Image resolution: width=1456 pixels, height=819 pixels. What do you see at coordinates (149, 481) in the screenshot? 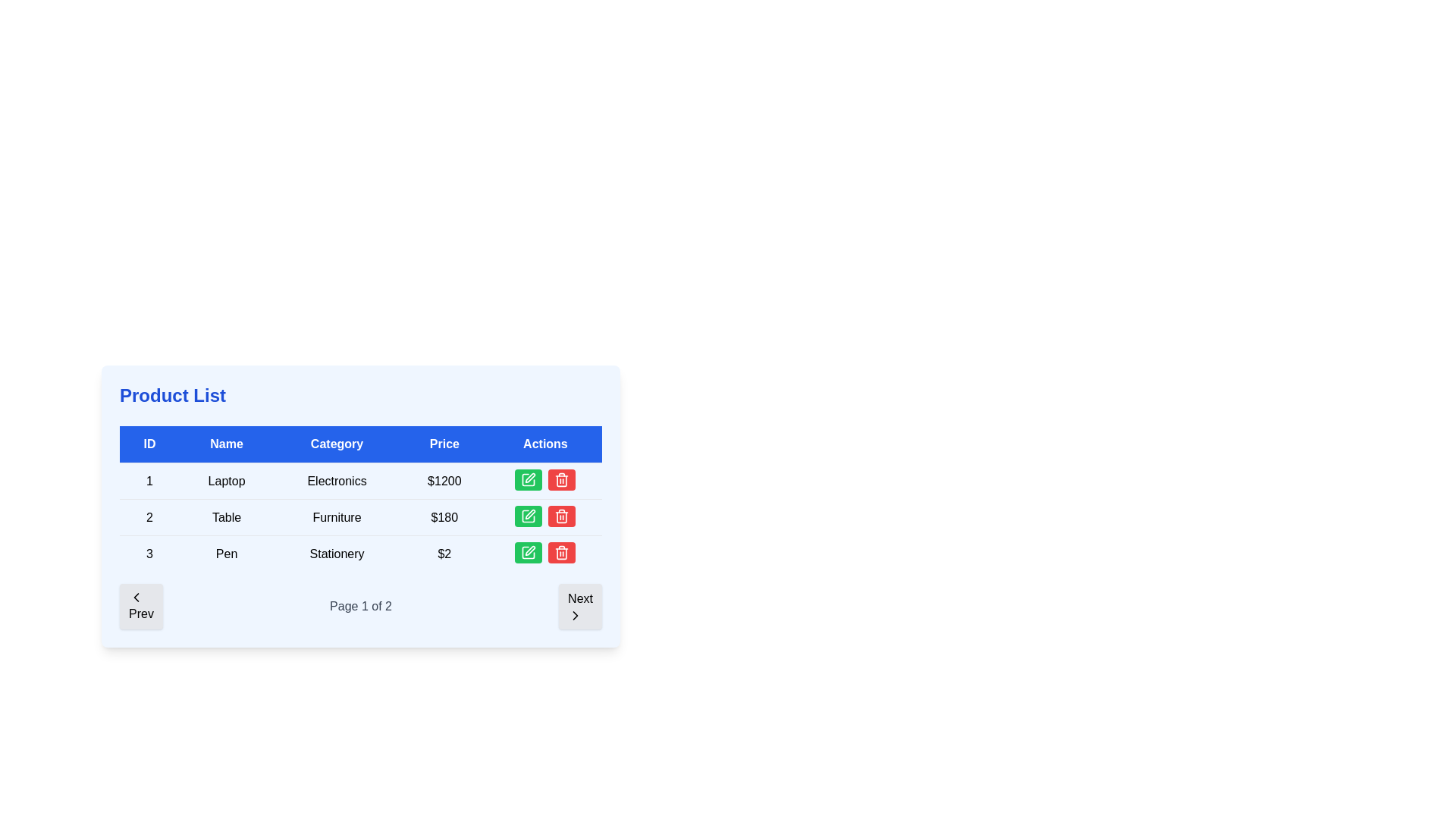
I see `the static text element that serves as the ID label for the first product entry ('Laptop') in the table` at bounding box center [149, 481].